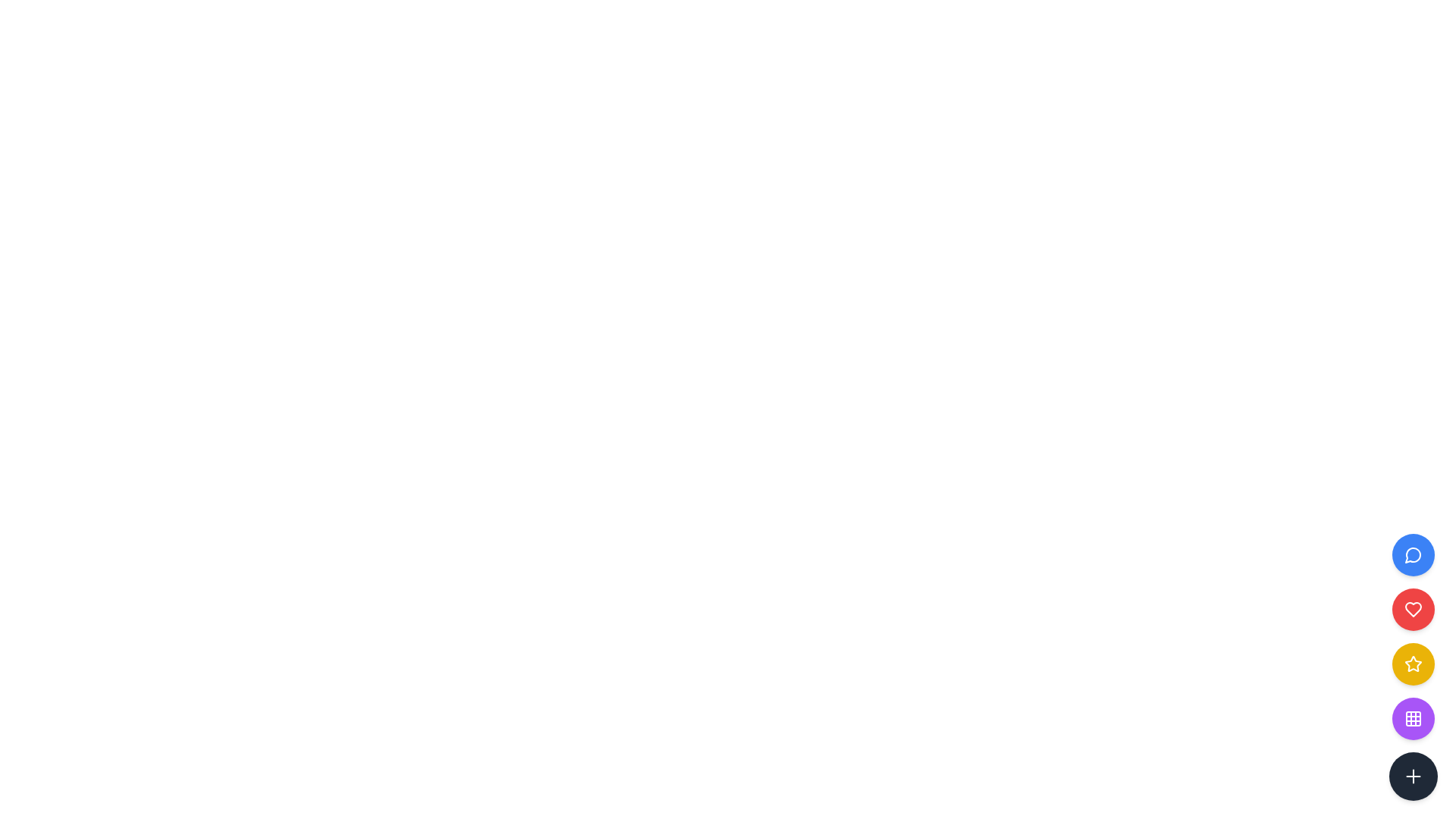 The height and width of the screenshot is (819, 1456). I want to click on the topmost circular button in the vertical stack of buttons near the right edge of the interface, so click(1412, 555).